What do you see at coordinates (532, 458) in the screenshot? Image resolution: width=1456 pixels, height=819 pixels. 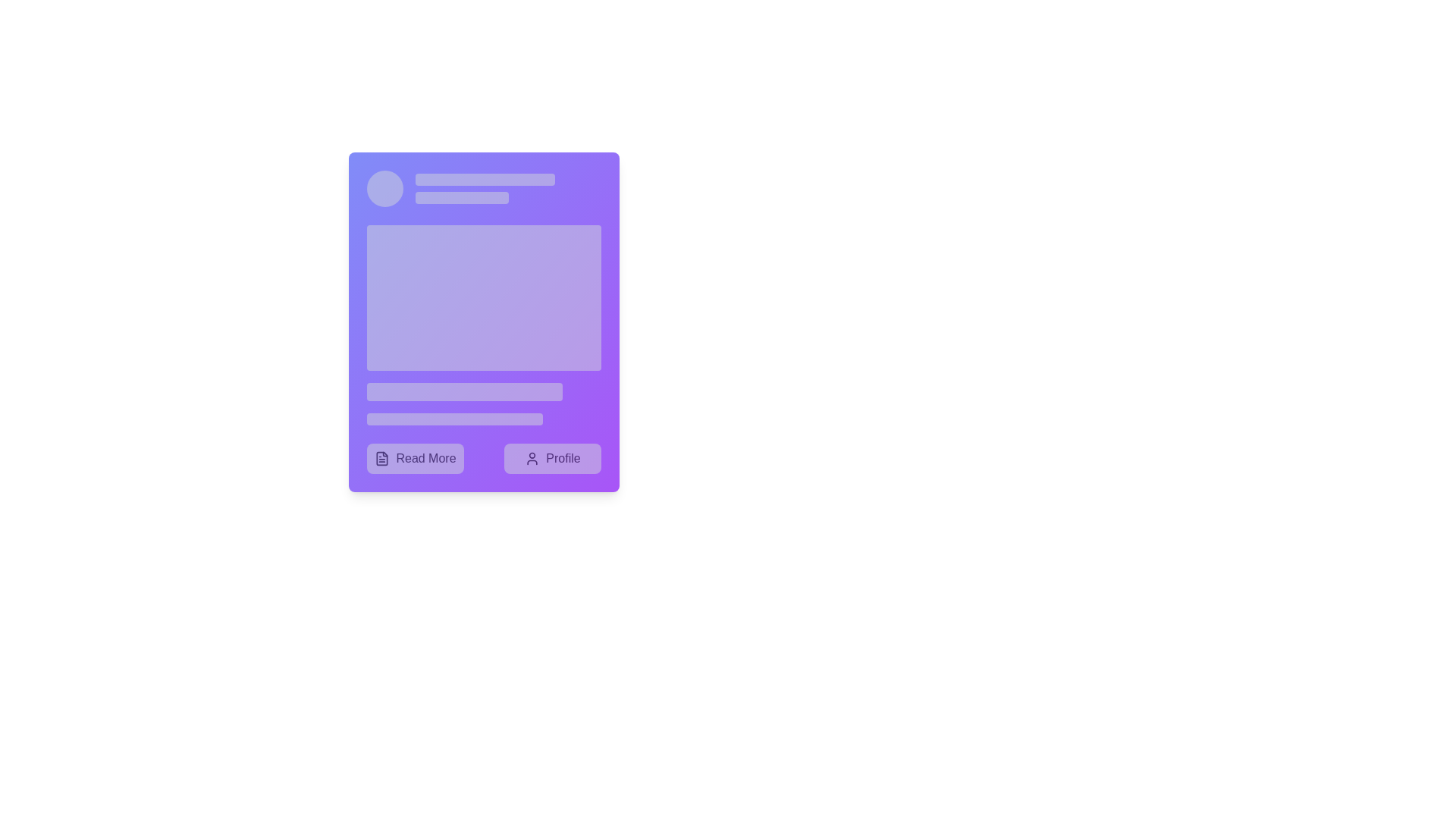 I see `the user symbol SVG icon located within the 'Profile' button, which is positioned at the leftmost section of the button and visually indicates user-related functionality` at bounding box center [532, 458].